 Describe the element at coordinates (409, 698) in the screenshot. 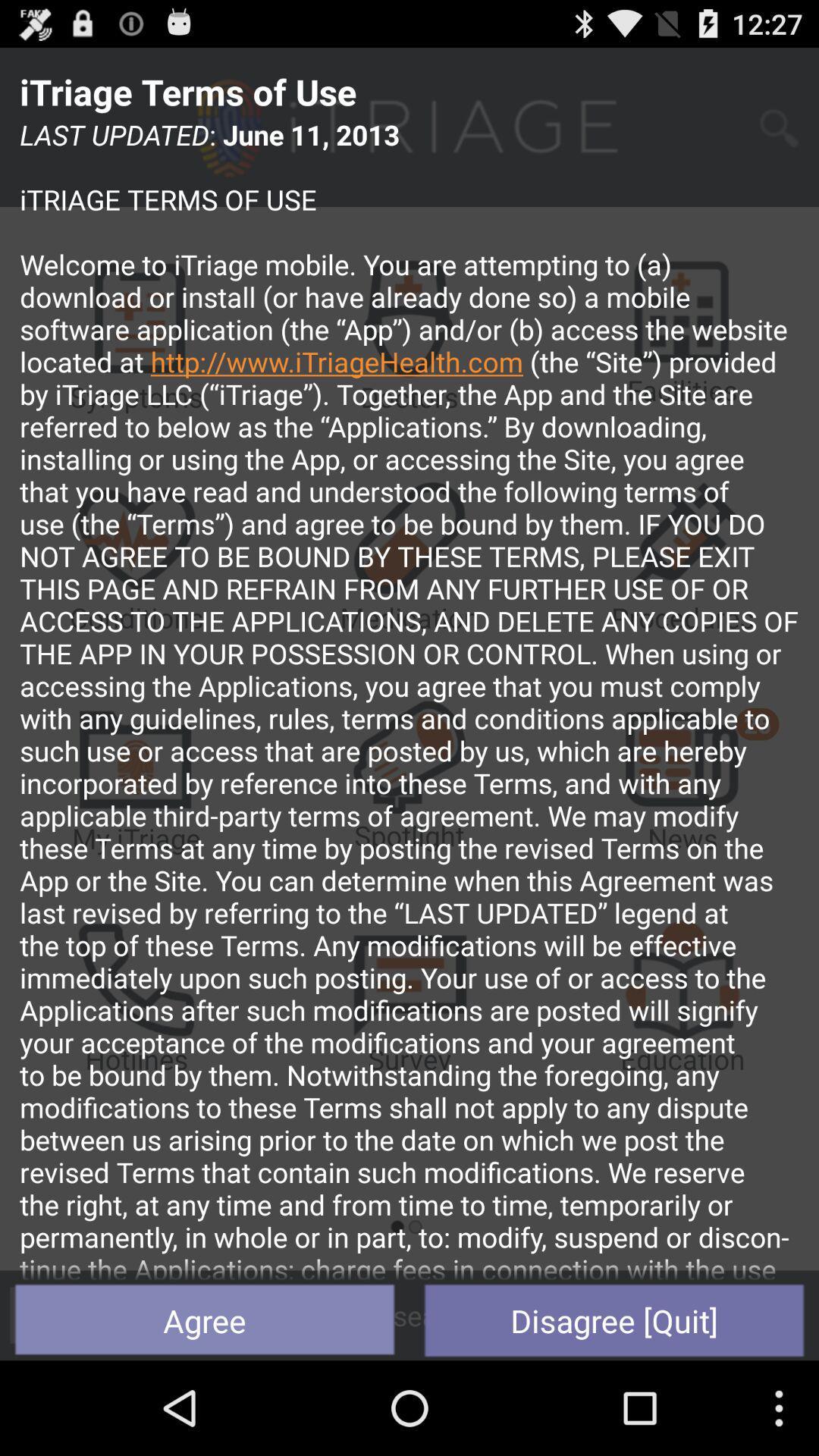

I see `the icon above agree button` at that location.